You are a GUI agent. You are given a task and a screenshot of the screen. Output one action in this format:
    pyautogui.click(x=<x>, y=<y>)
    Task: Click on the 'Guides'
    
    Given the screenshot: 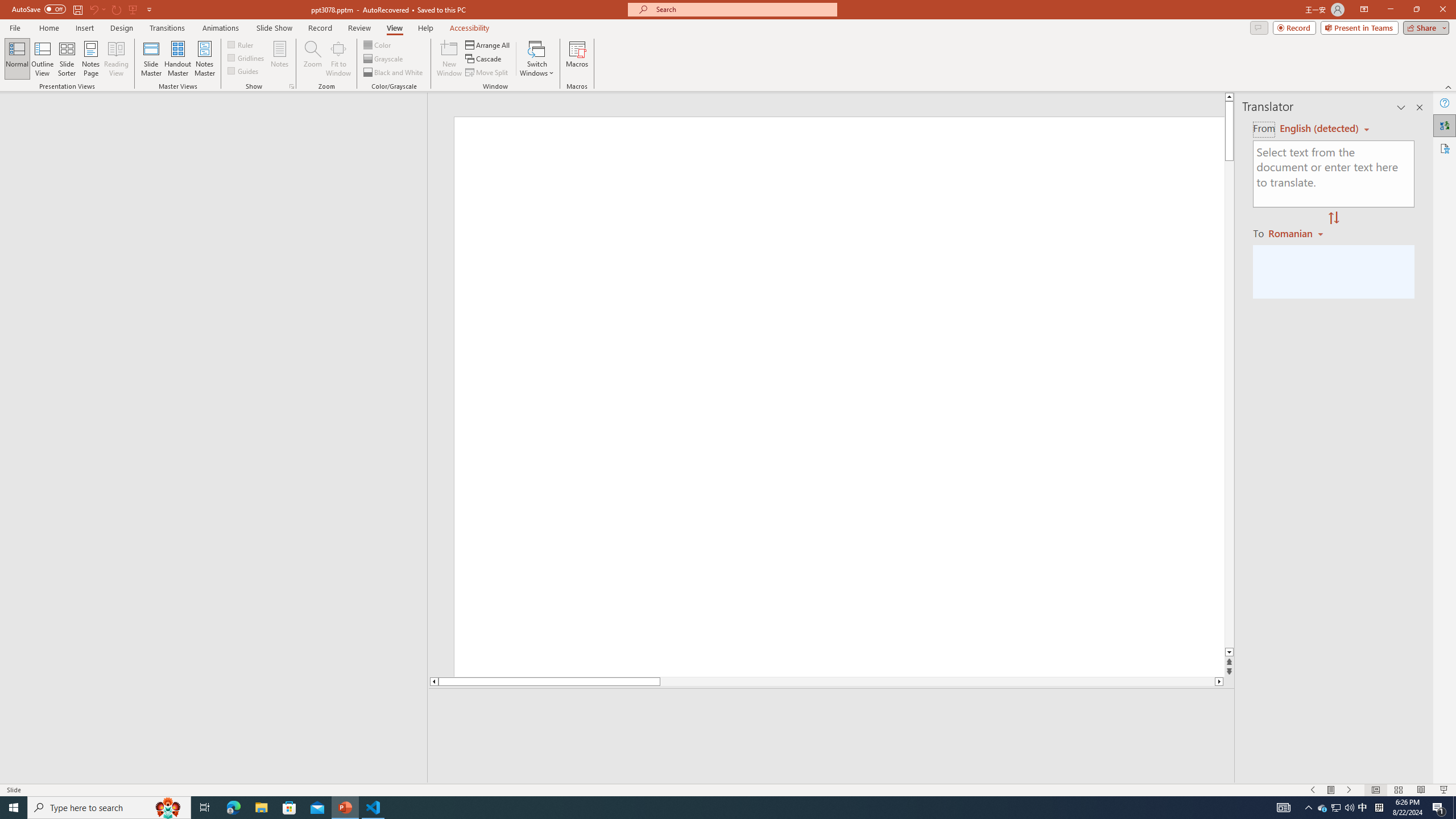 What is the action you would take?
    pyautogui.click(x=243, y=69)
    